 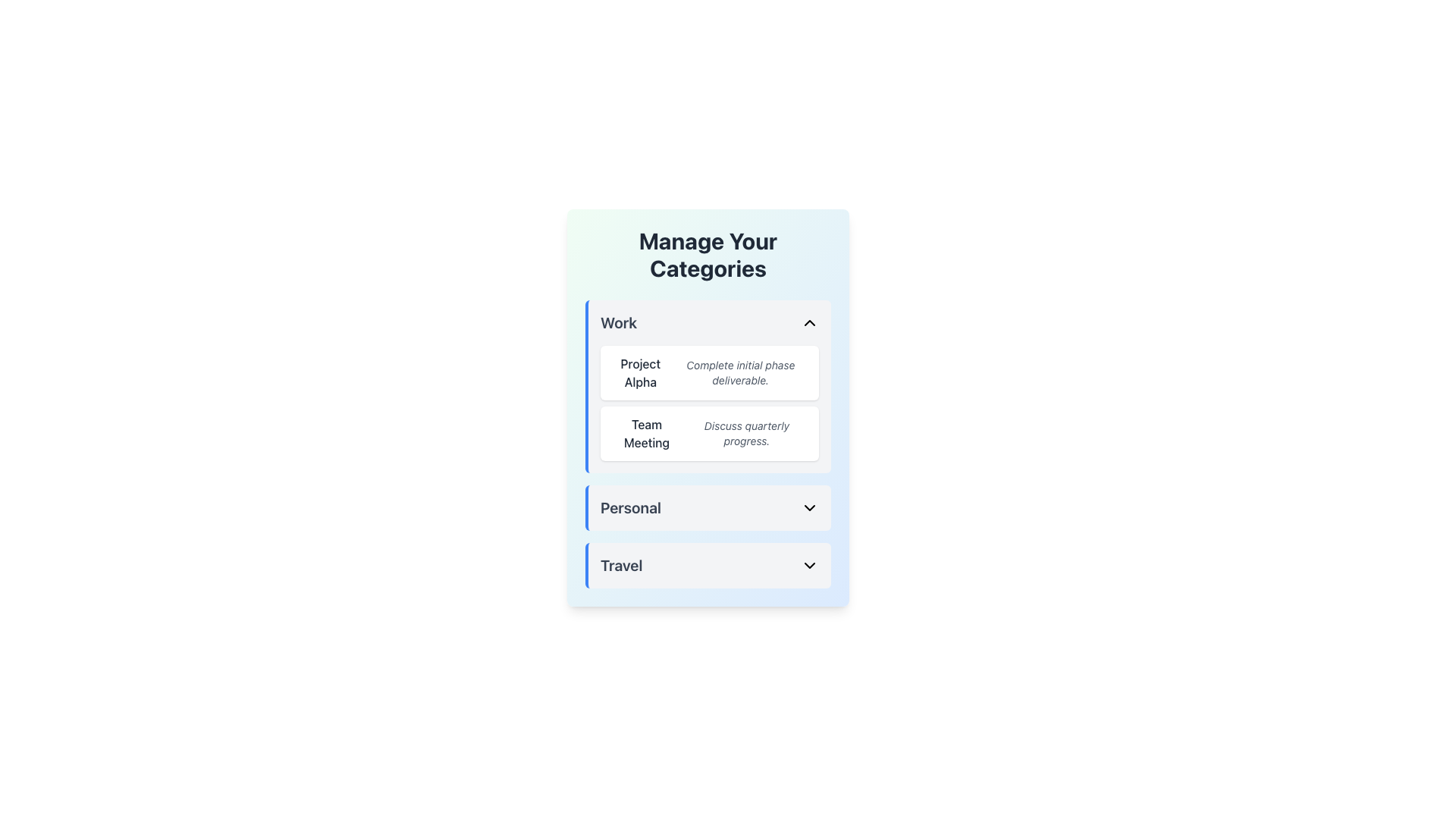 I want to click on the 'Personal' text label, which is prominently styled in bold and larger size, located under the 'Manage Your Categories' section, positioned between 'Work' and 'Travel' sections, so click(x=630, y=508).